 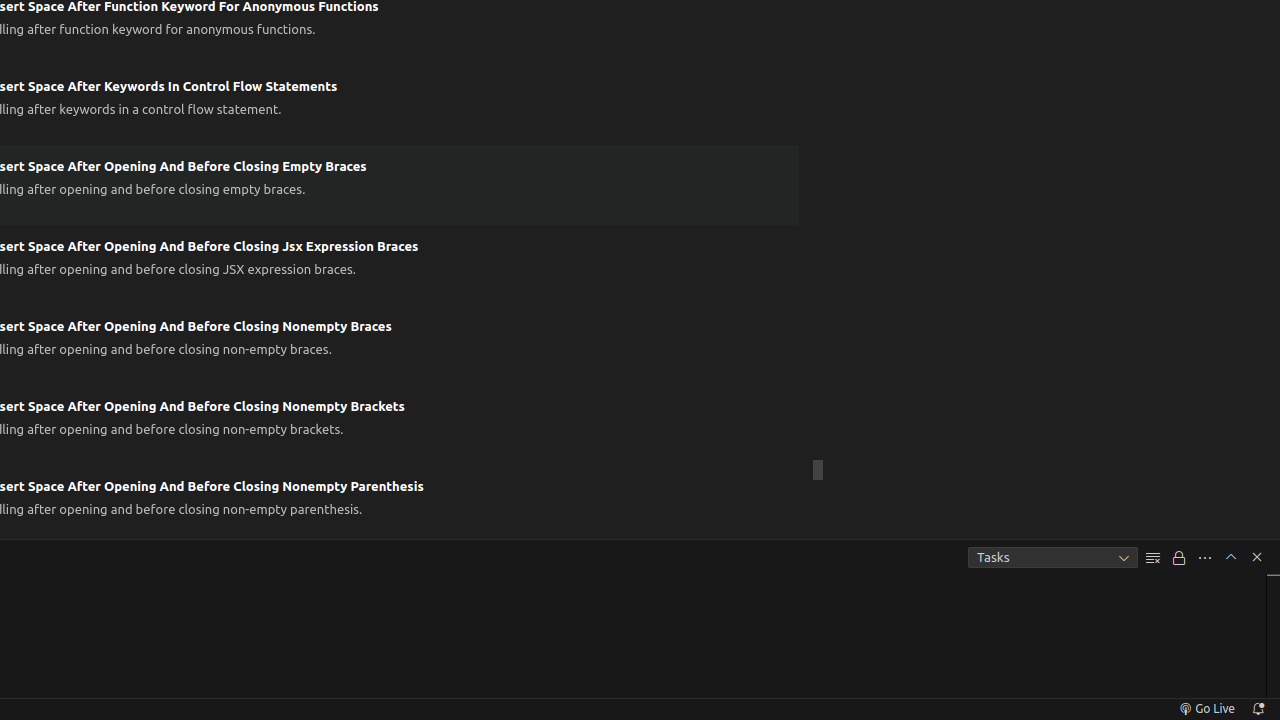 I want to click on 'Maximize Panel Size', so click(x=1229, y=556).